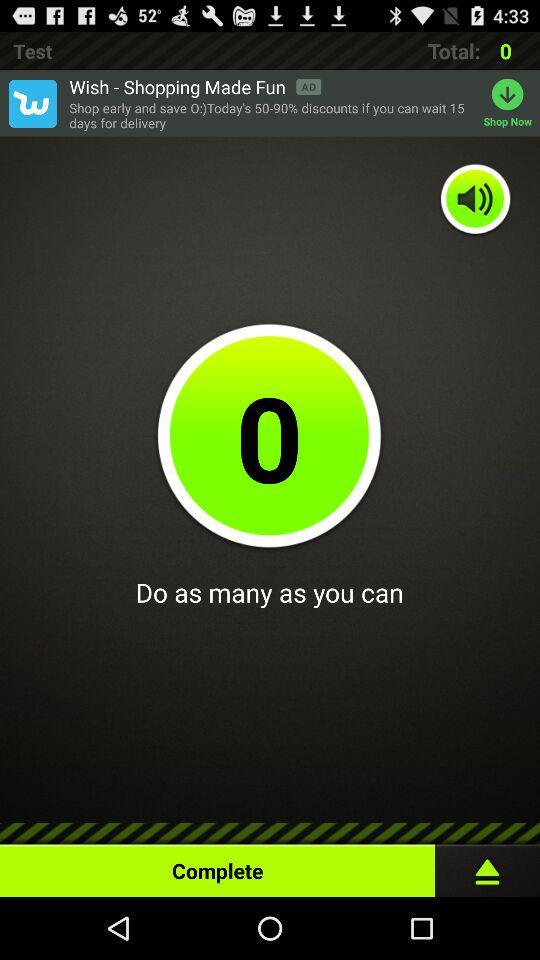  I want to click on app to the left of wish shopping made item, so click(31, 103).